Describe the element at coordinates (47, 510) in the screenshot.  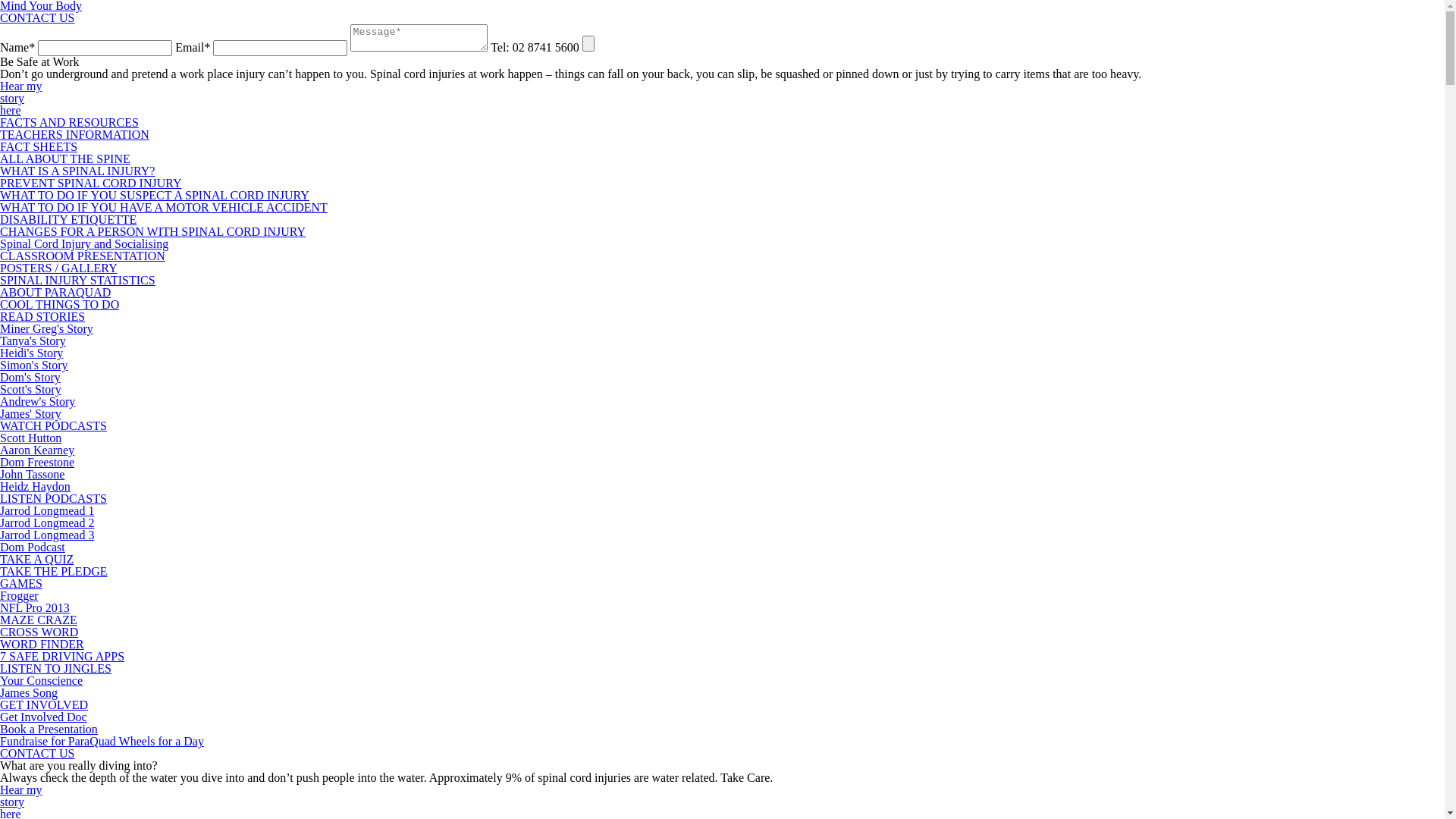
I see `'Jarrod Longmead 1'` at that location.